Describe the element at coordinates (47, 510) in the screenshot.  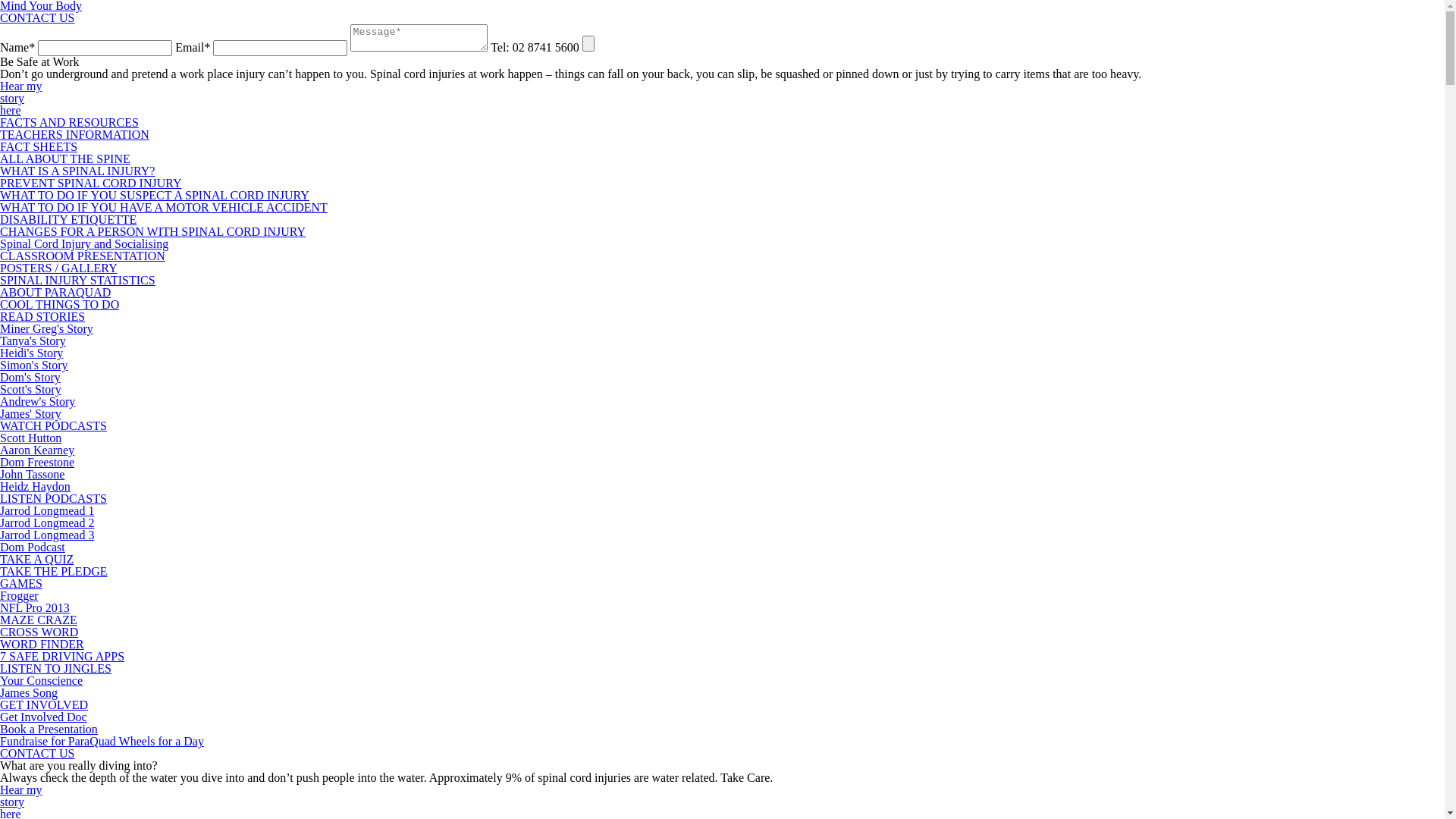
I see `'Jarrod Longmead 1'` at that location.